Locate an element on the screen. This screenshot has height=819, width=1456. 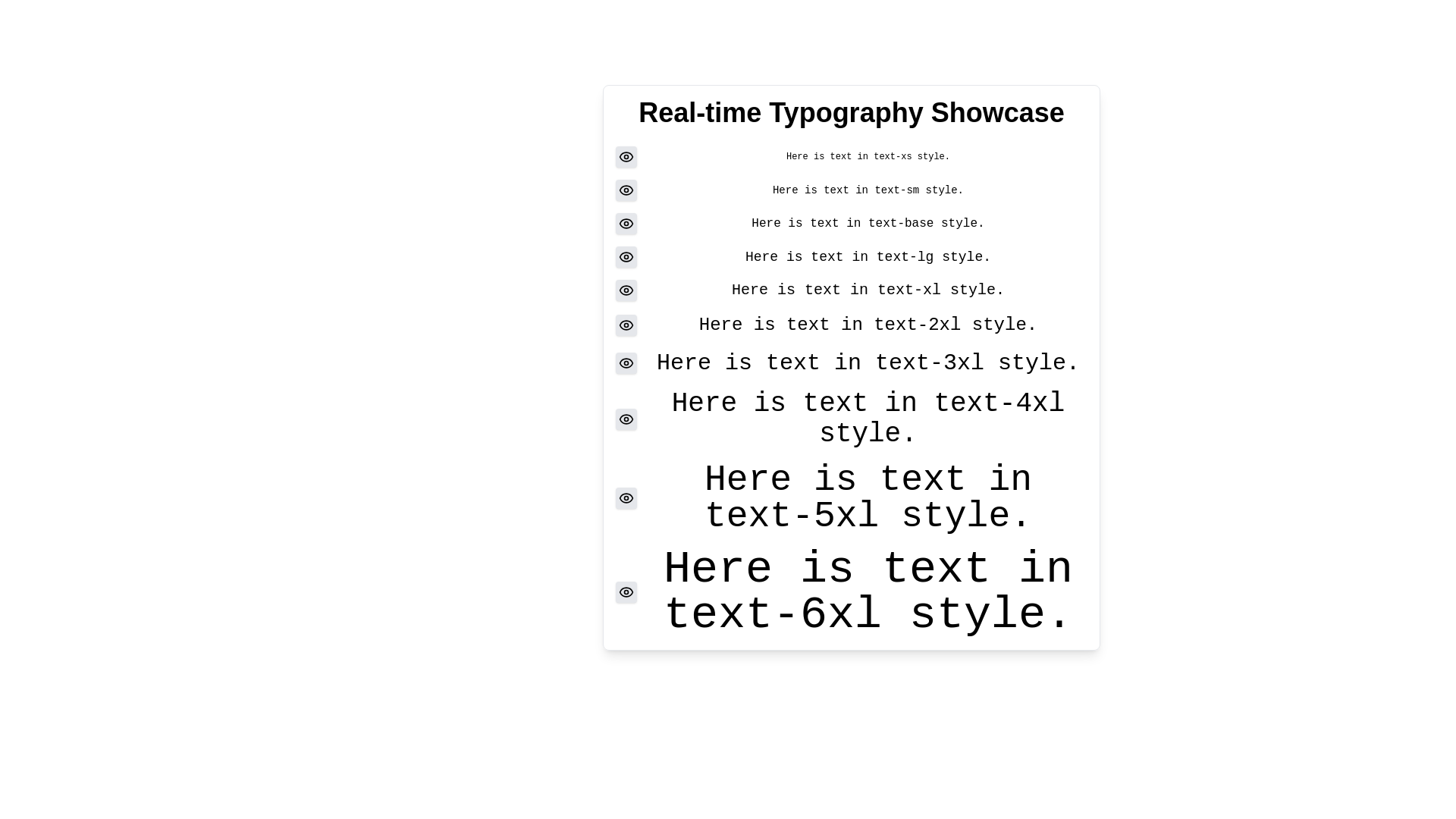
the sixth eye-shaped icon in the vertical stack is located at coordinates (626, 324).